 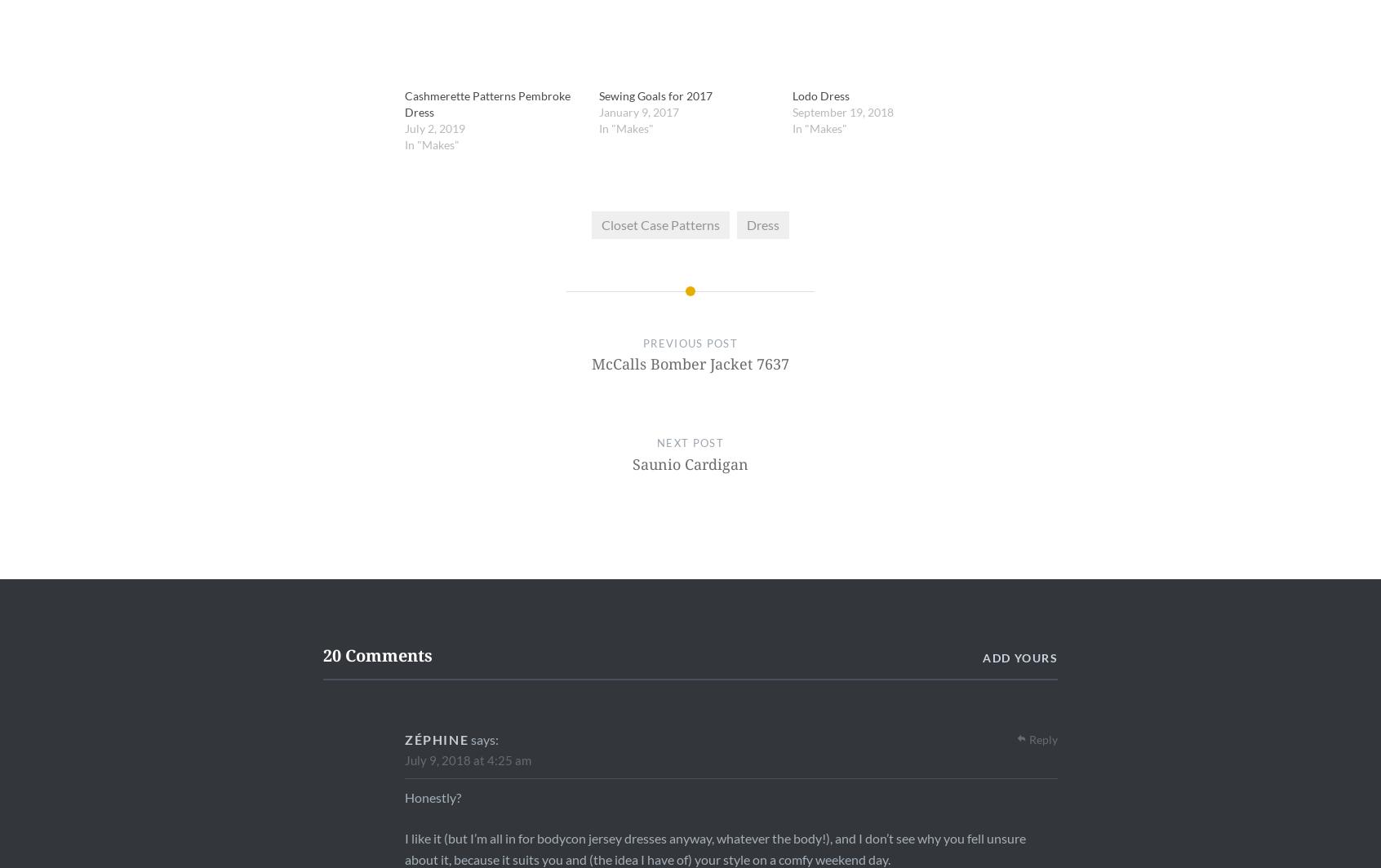 What do you see at coordinates (1020, 657) in the screenshot?
I see `'Add yours'` at bounding box center [1020, 657].